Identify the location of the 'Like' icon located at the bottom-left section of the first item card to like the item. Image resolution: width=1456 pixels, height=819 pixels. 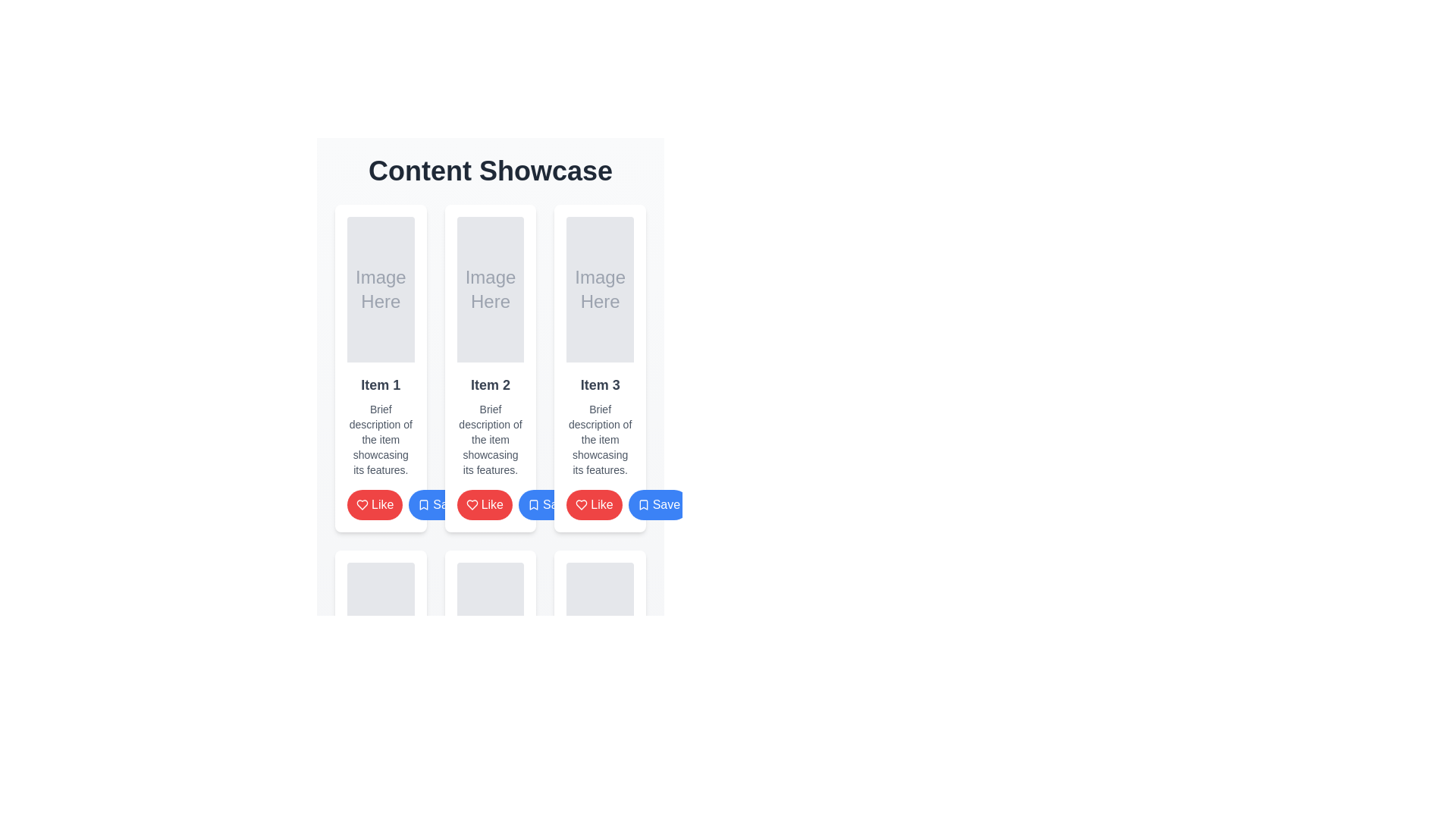
(362, 505).